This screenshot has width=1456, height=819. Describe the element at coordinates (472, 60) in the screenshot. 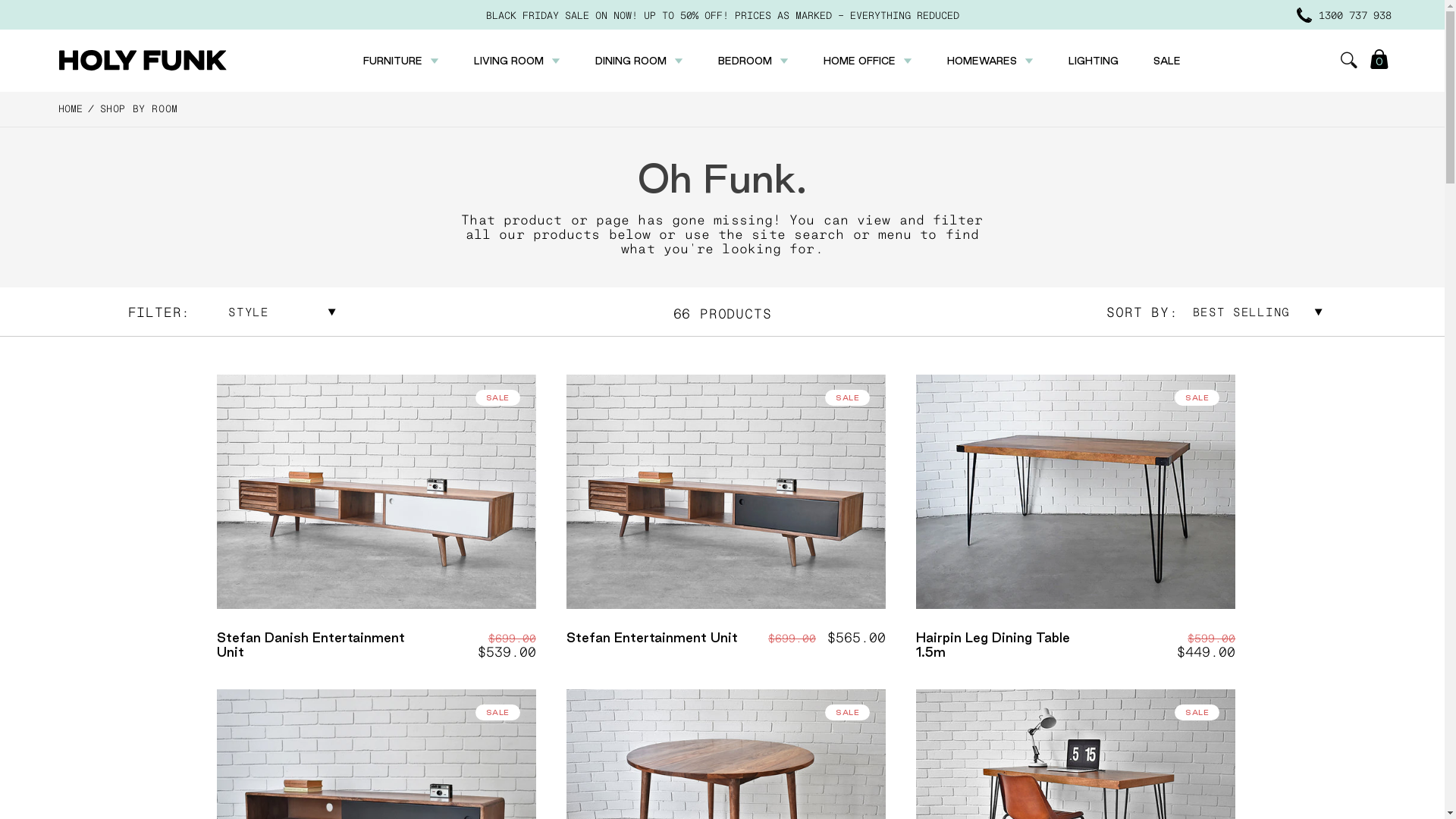

I see `'LIVING ROOM'` at that location.